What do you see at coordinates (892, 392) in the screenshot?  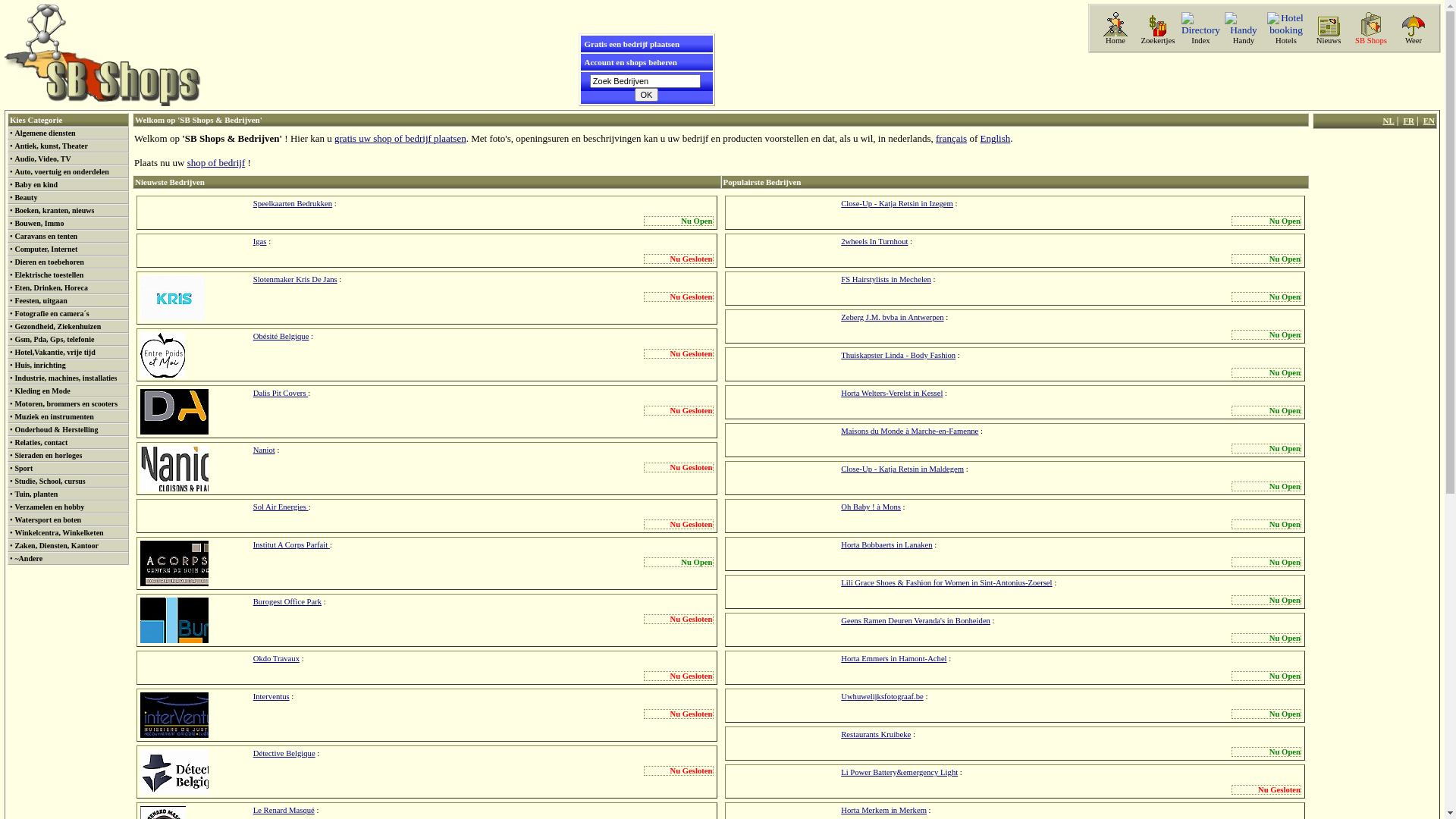 I see `'Horta Welters-Verelst in Kessel'` at bounding box center [892, 392].